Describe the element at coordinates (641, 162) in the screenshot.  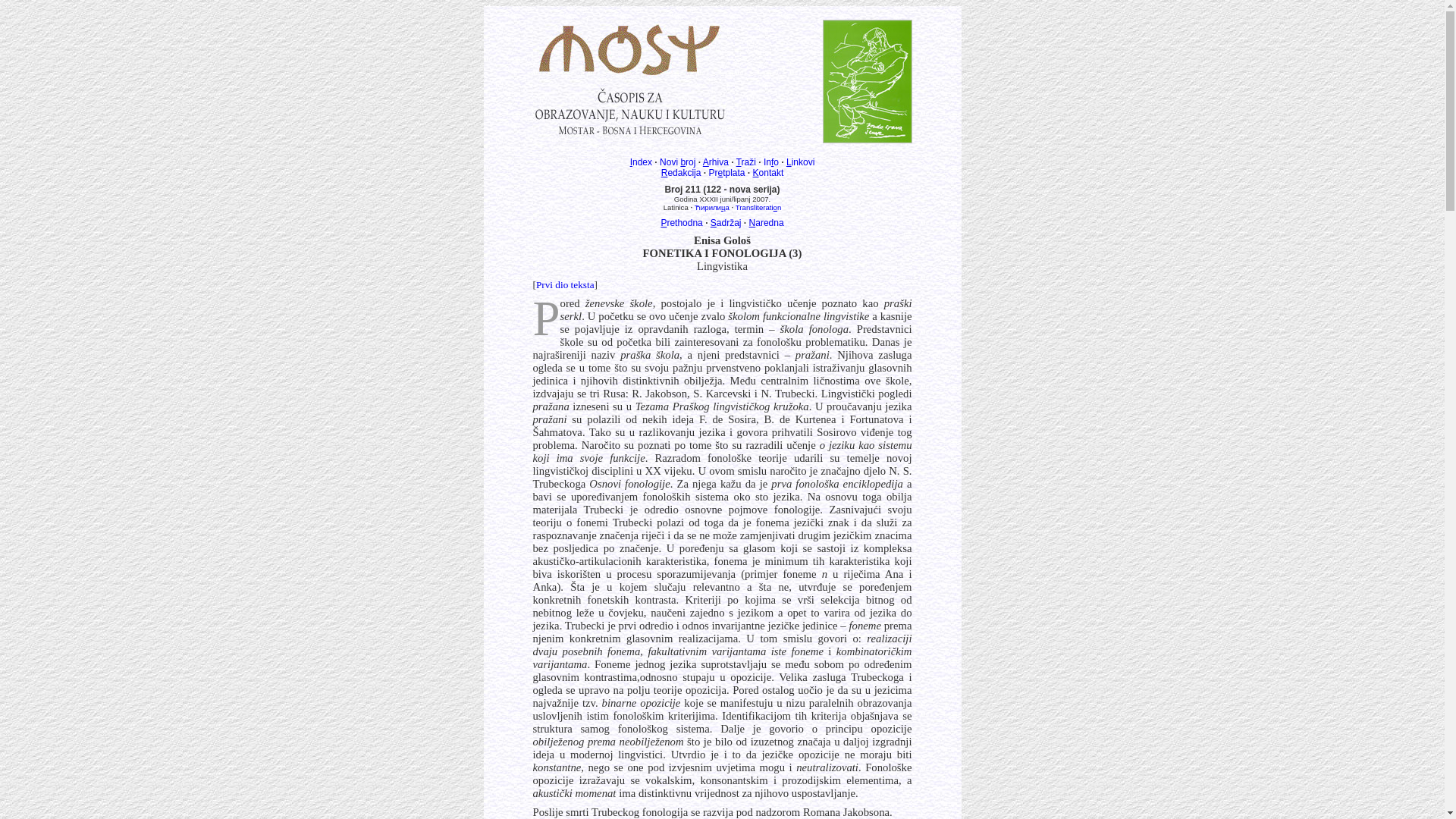
I see `'Index'` at that location.